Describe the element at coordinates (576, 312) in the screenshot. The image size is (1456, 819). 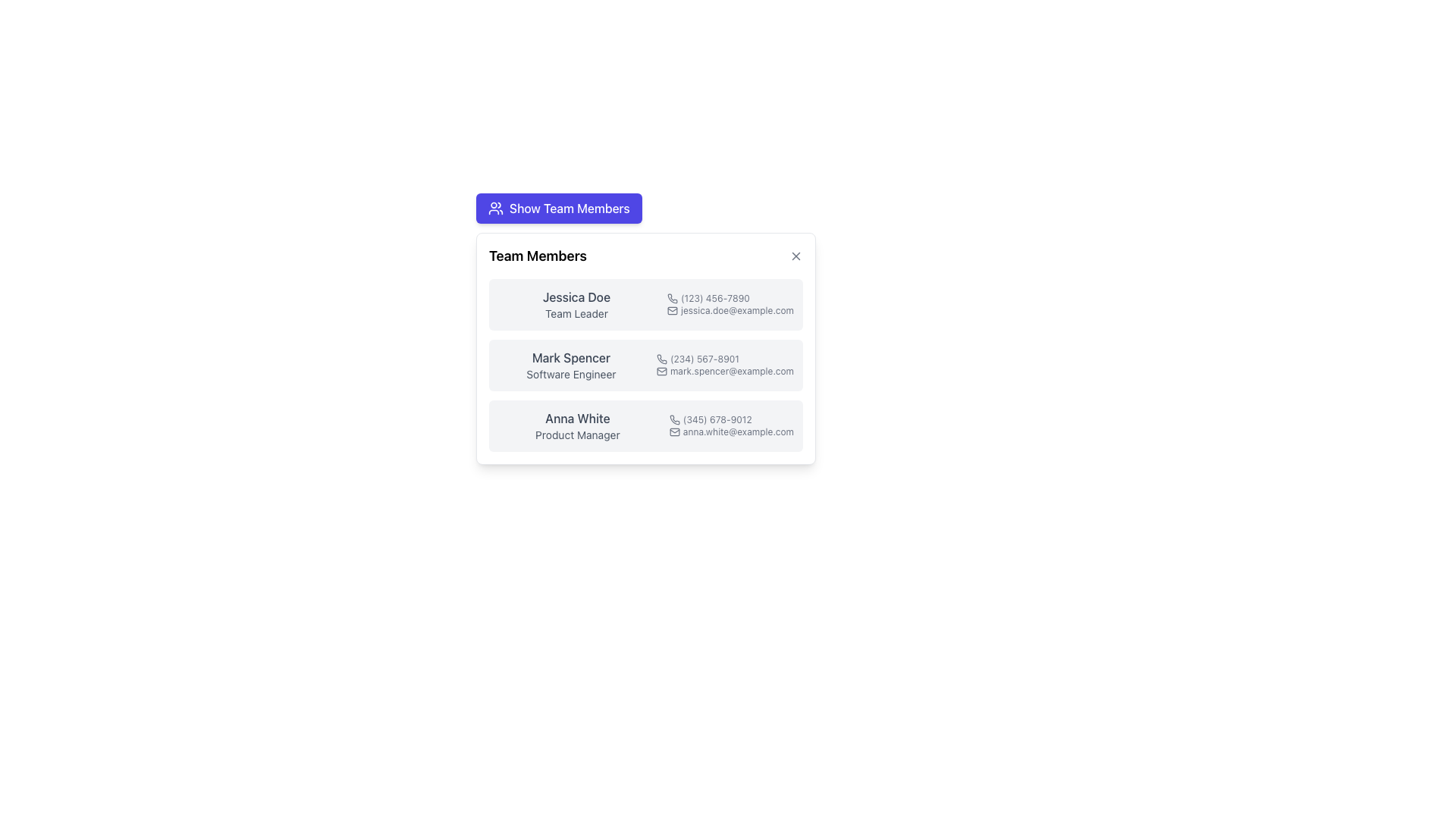
I see `the text label reading 'Team Leader' located directly beneath 'Jessica Doe' in the contact information card within the 'Team Members' dialog box` at that location.